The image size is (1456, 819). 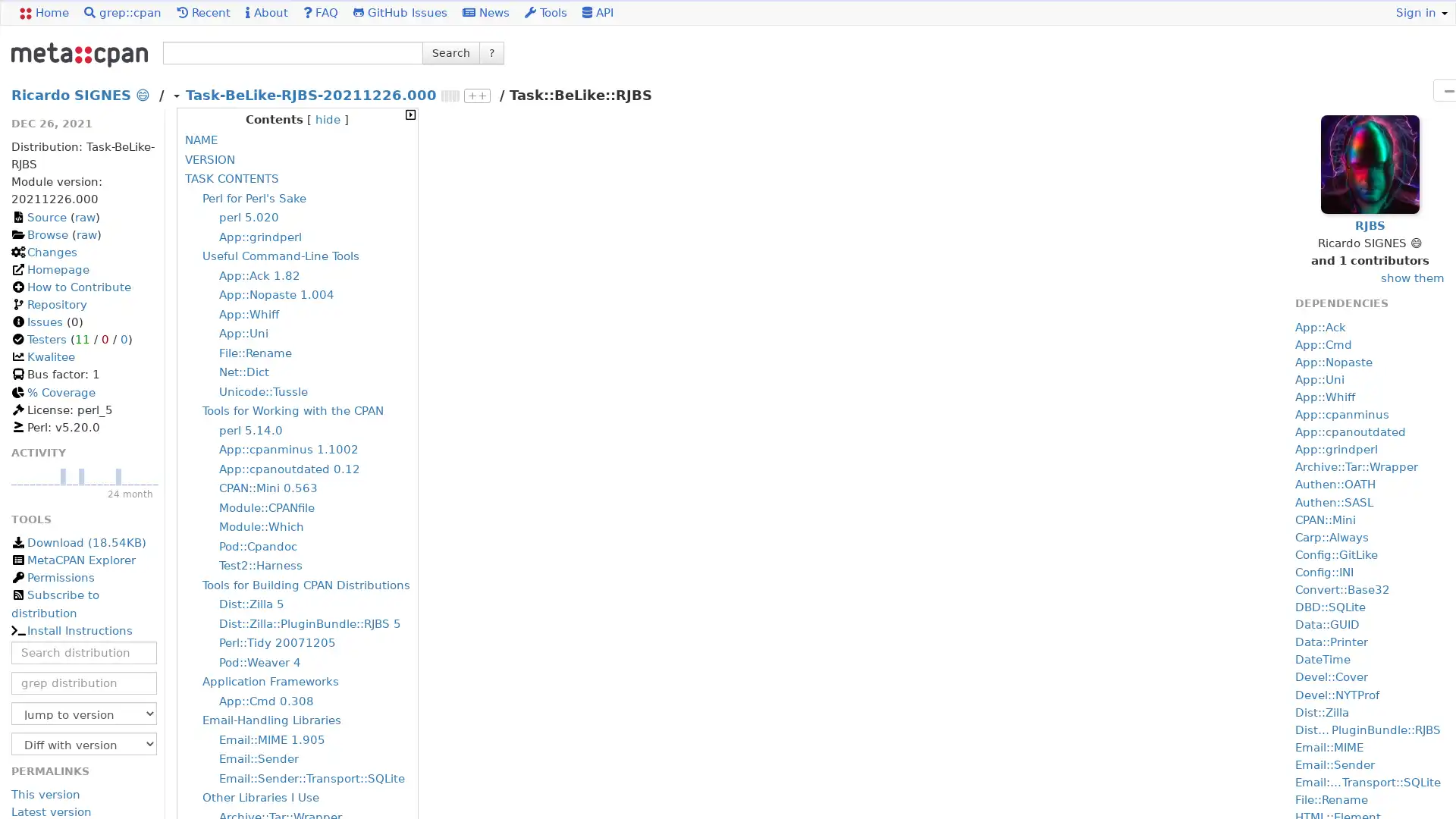 What do you see at coordinates (1411, 278) in the screenshot?
I see `show them` at bounding box center [1411, 278].